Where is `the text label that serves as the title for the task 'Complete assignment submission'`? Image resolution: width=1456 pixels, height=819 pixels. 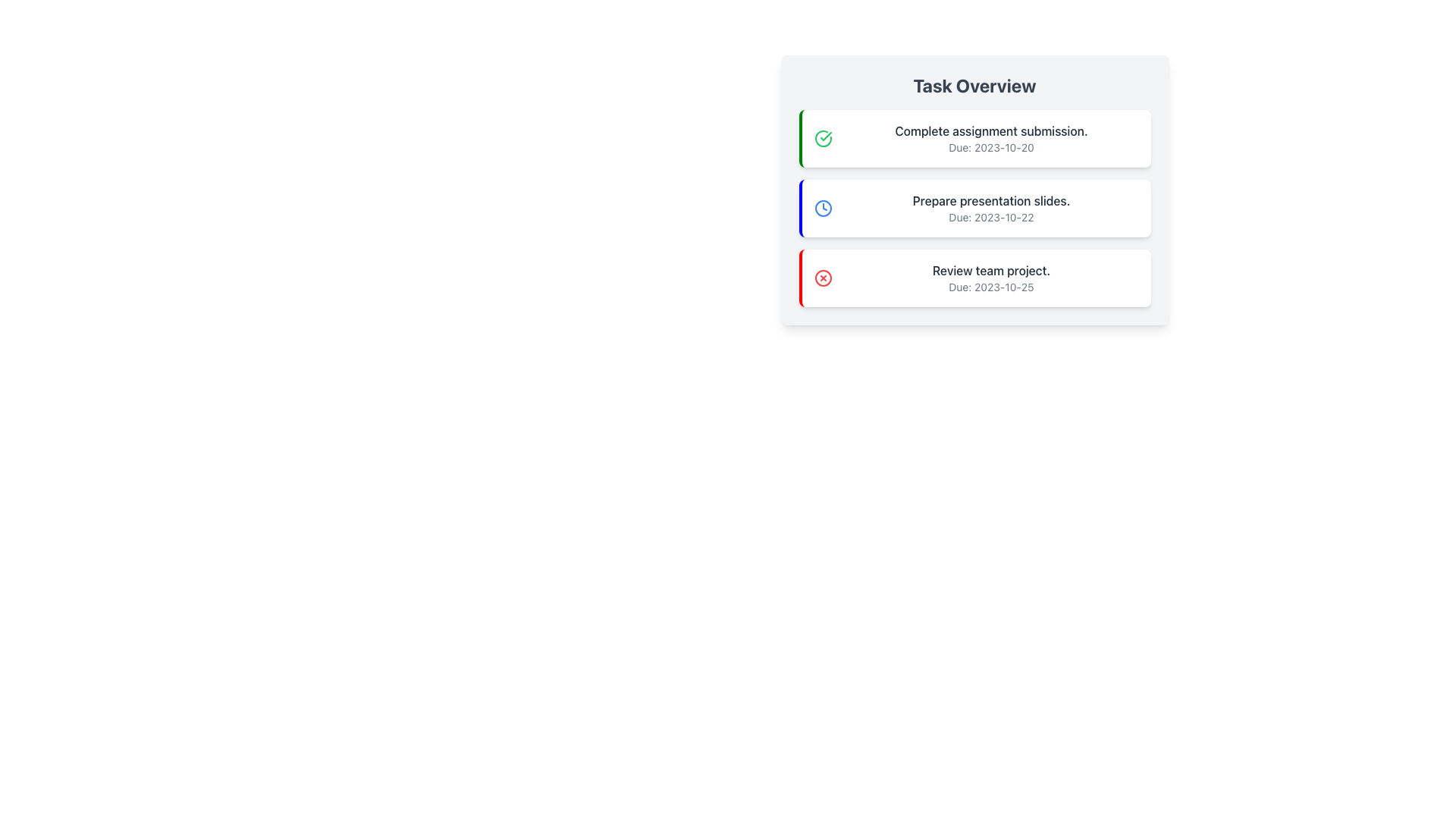
the text label that serves as the title for the task 'Complete assignment submission' is located at coordinates (991, 130).